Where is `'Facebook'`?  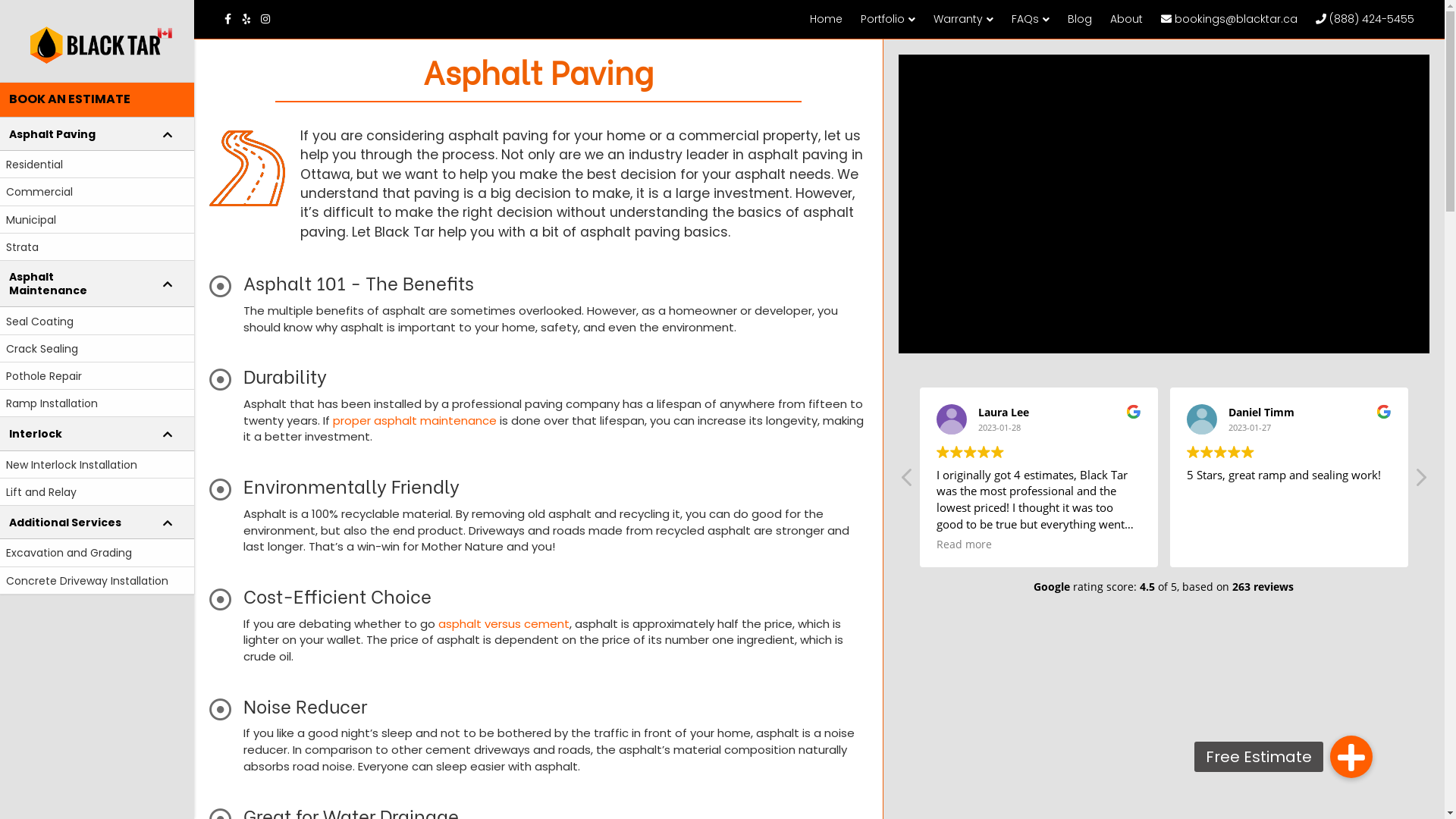 'Facebook' is located at coordinates (232, 17).